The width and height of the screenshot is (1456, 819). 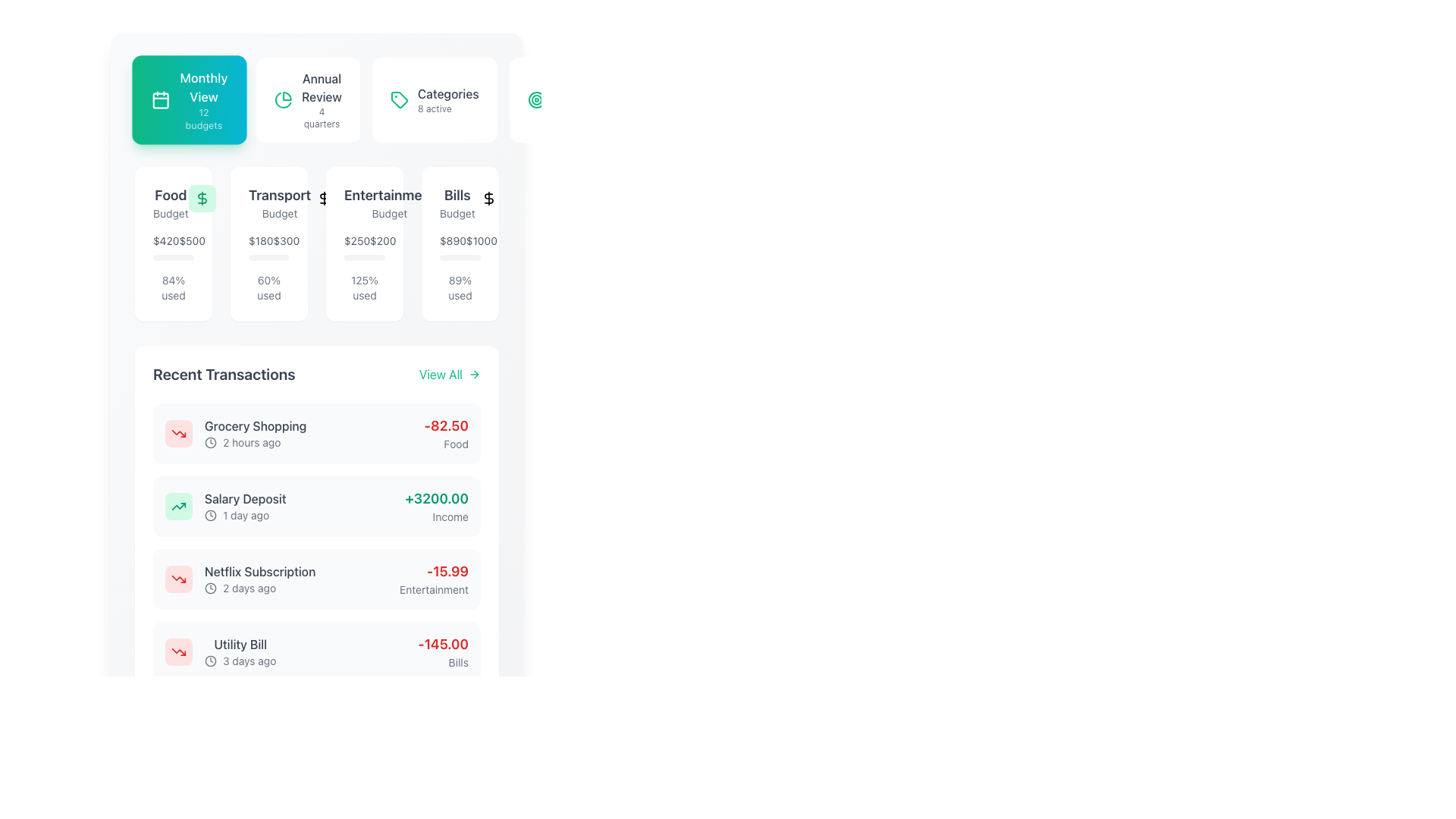 What do you see at coordinates (459, 202) in the screenshot?
I see `the text label indicating the 'Bills' budget section, which is located at the rightmost position in the top row of budget category cards` at bounding box center [459, 202].